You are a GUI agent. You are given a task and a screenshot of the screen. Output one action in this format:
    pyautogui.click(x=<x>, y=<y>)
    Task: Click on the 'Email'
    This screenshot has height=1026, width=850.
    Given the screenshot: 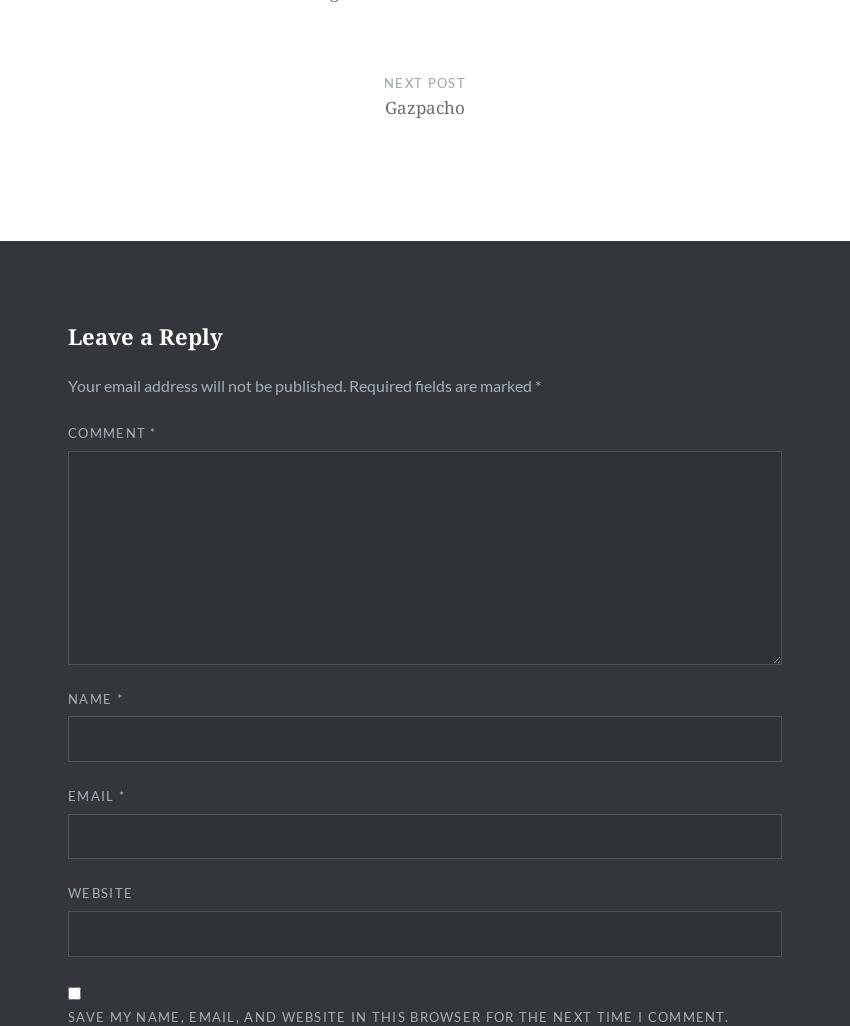 What is the action you would take?
    pyautogui.click(x=91, y=794)
    